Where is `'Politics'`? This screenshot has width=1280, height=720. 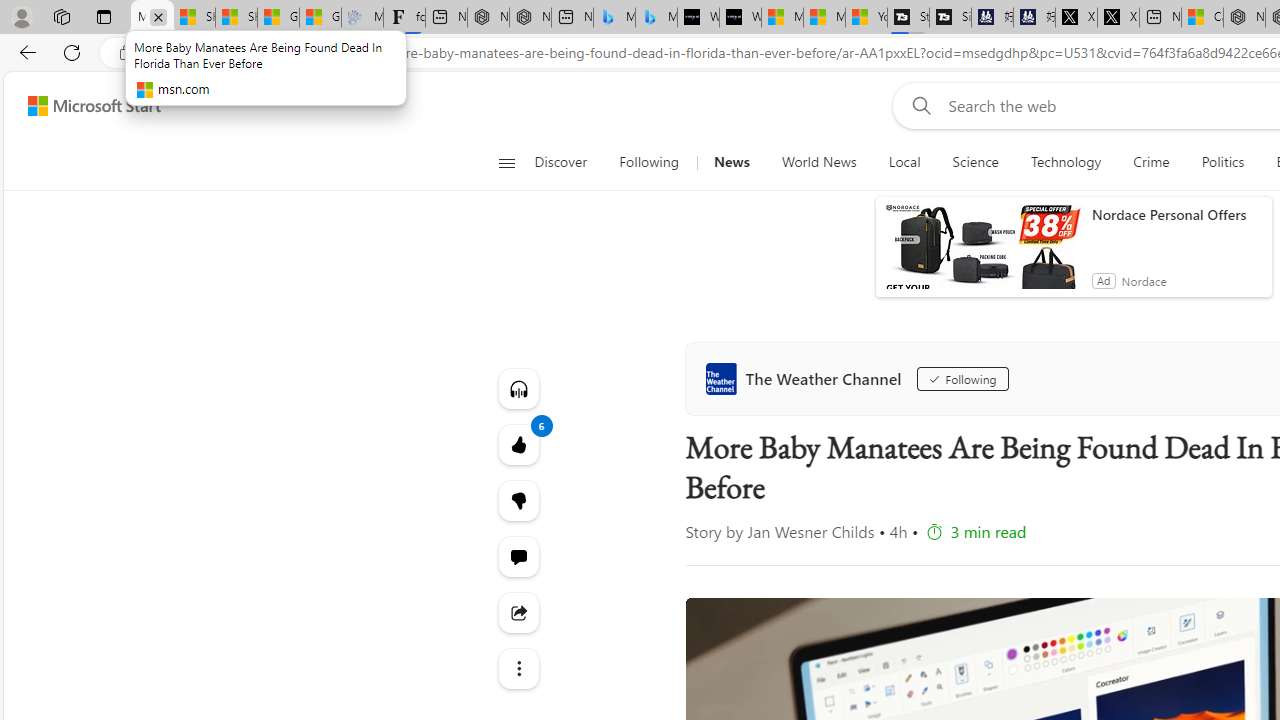
'Politics' is located at coordinates (1222, 162).